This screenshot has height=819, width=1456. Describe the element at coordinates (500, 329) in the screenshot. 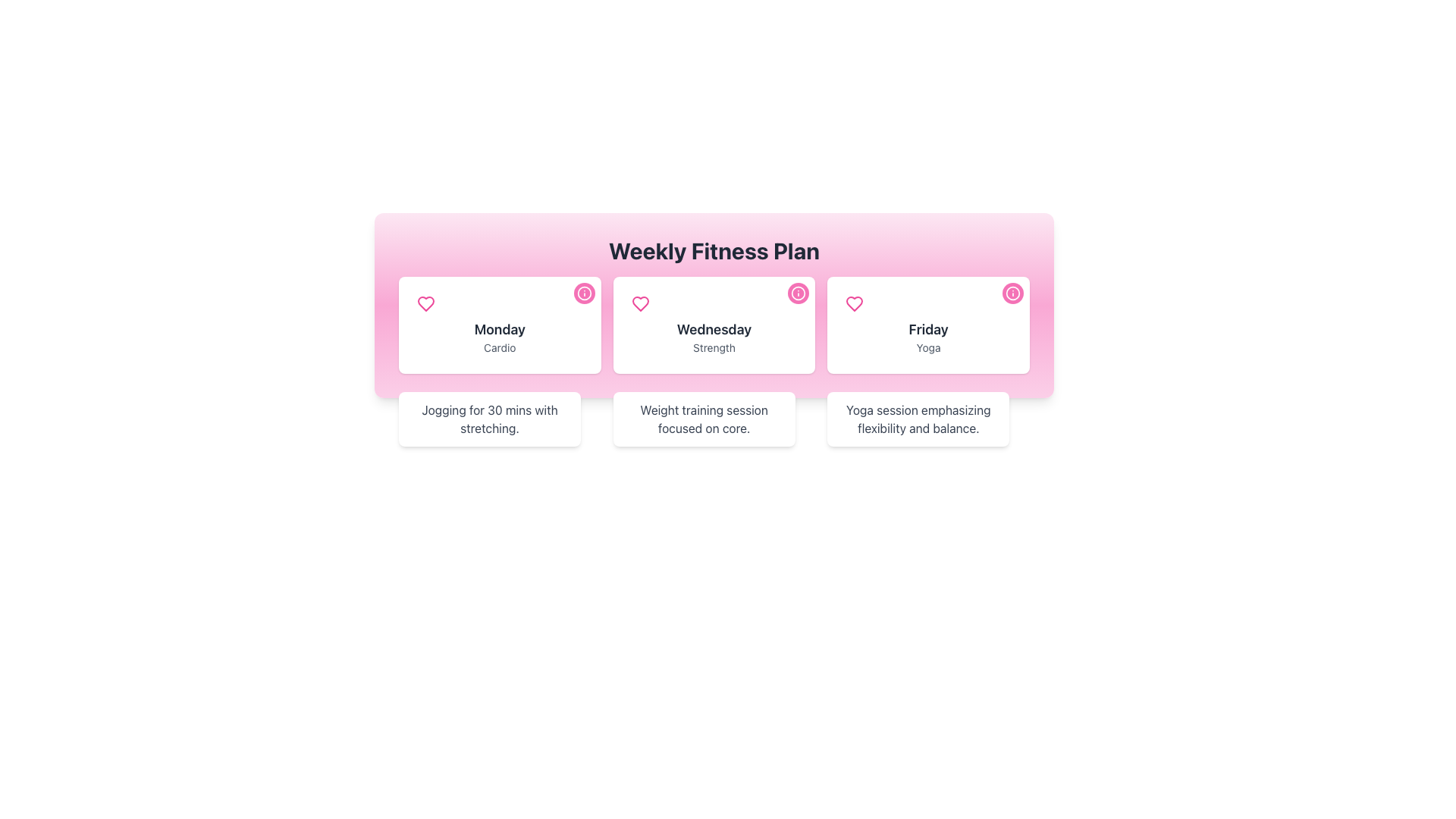

I see `text content of the label displaying 'Monday' in bold, dark gray font, located centrally in the first card of the 'Weekly Fitness Plan' section` at that location.